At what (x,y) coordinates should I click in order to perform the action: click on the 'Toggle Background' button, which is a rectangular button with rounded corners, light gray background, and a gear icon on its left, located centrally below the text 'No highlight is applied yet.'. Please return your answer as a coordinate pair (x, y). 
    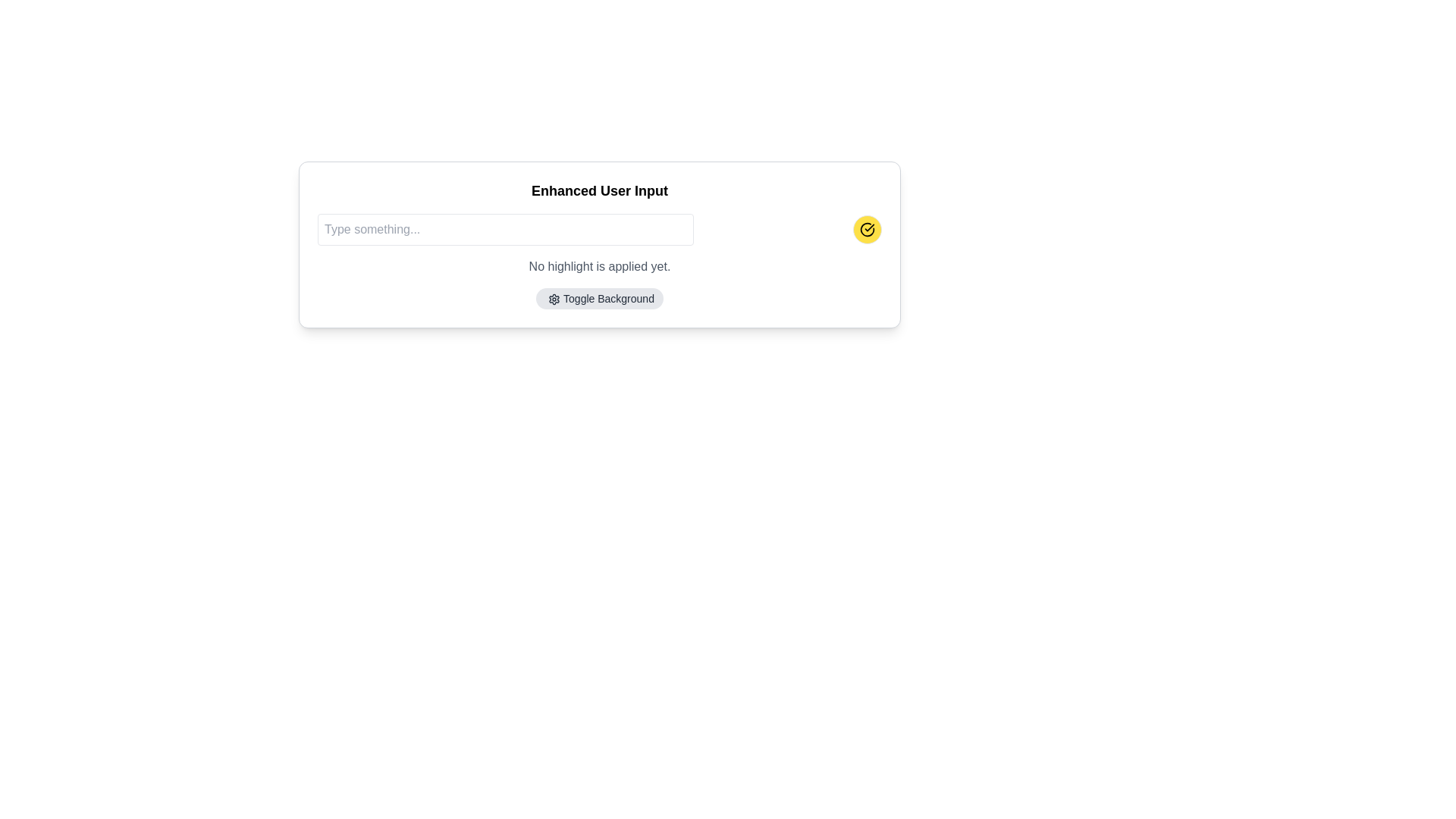
    Looking at the image, I should click on (599, 298).